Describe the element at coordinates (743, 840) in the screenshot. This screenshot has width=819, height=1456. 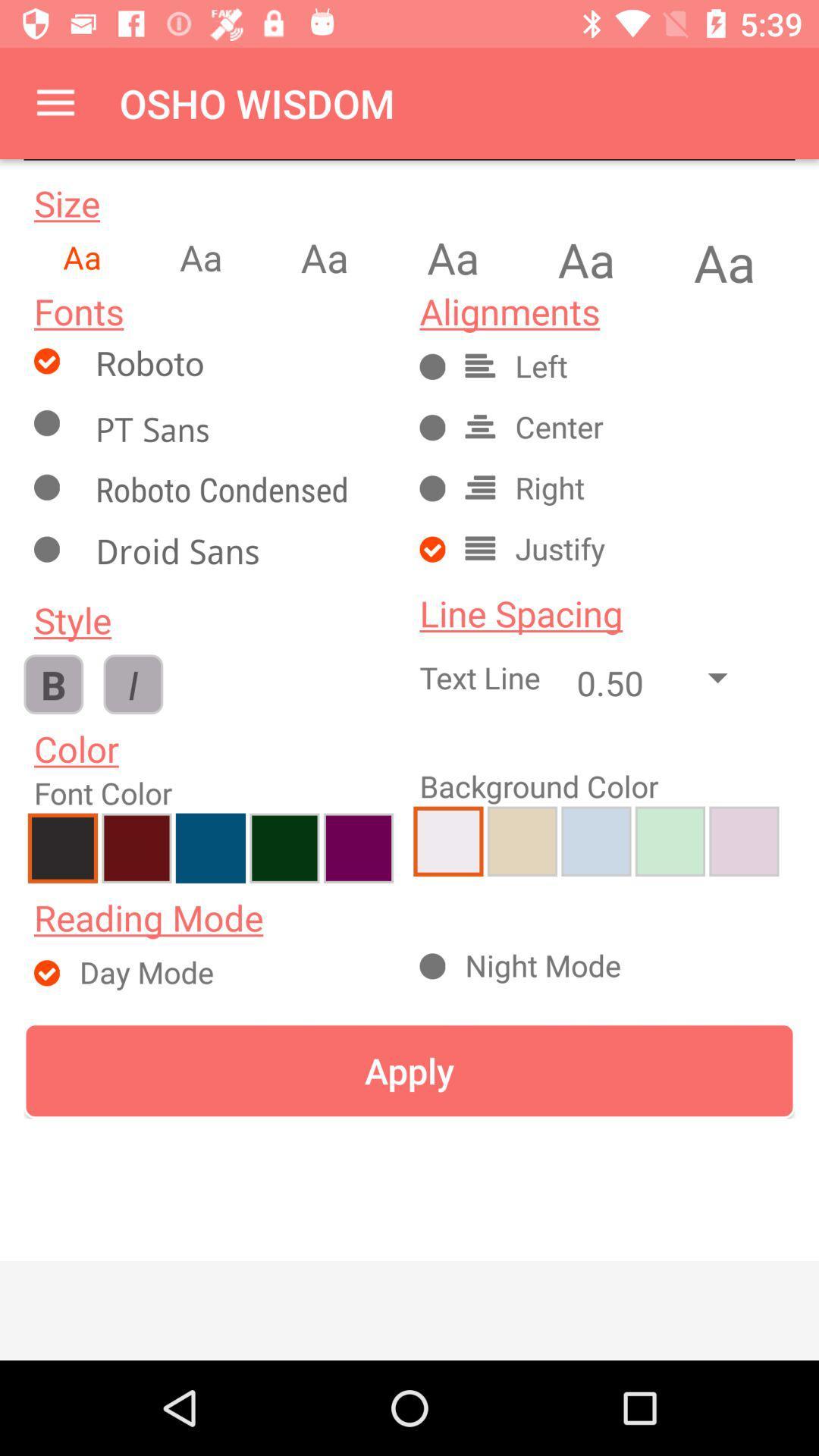
I see `changes the background color to a light brown` at that location.